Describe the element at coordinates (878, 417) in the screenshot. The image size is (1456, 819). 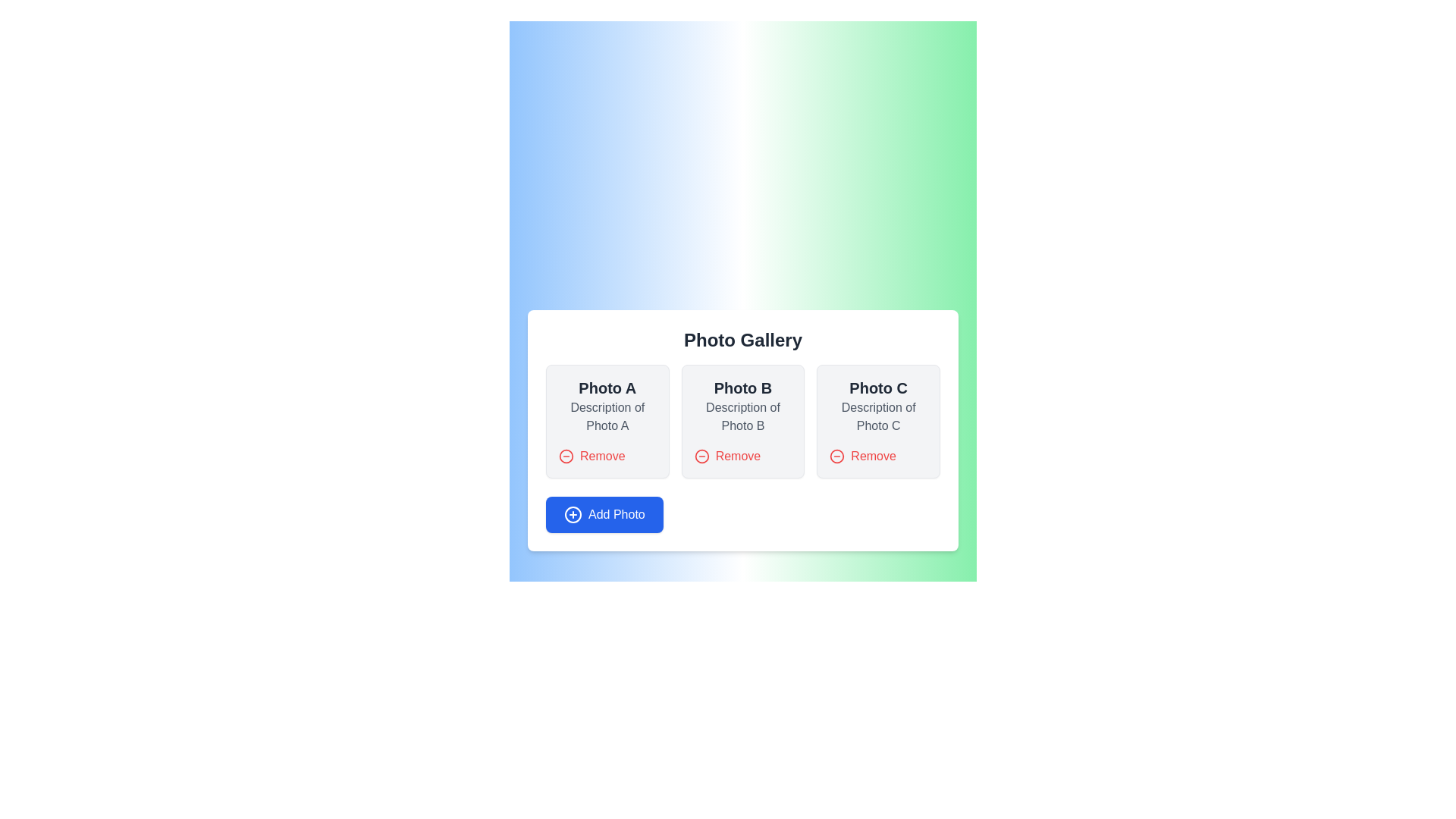
I see `the Text label providing a description for 'Photo C', which is located in the third column below the title and above the 'Remove' button` at that location.